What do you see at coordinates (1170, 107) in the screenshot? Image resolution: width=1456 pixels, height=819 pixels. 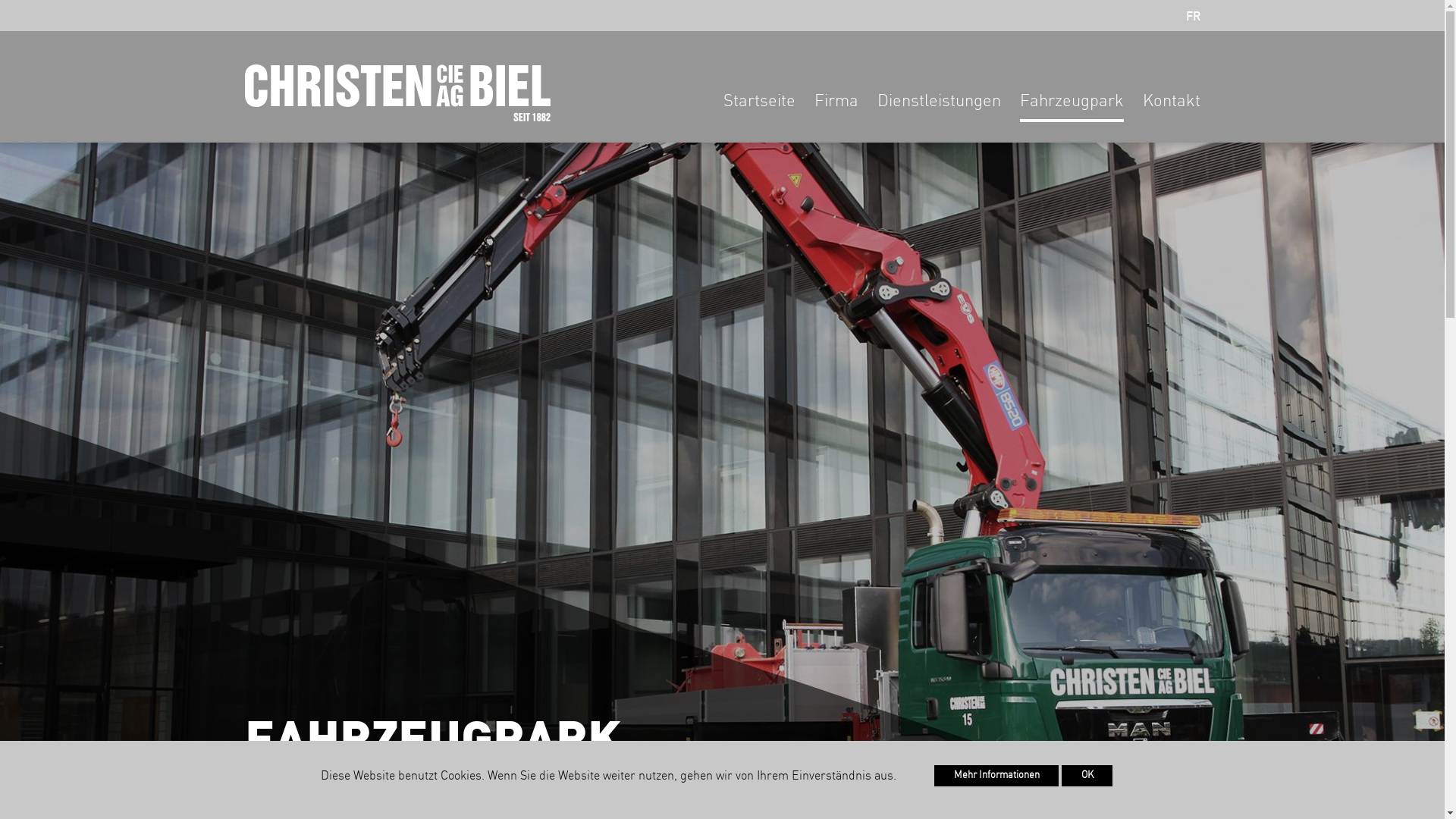 I see `'Kontakt'` at bounding box center [1170, 107].